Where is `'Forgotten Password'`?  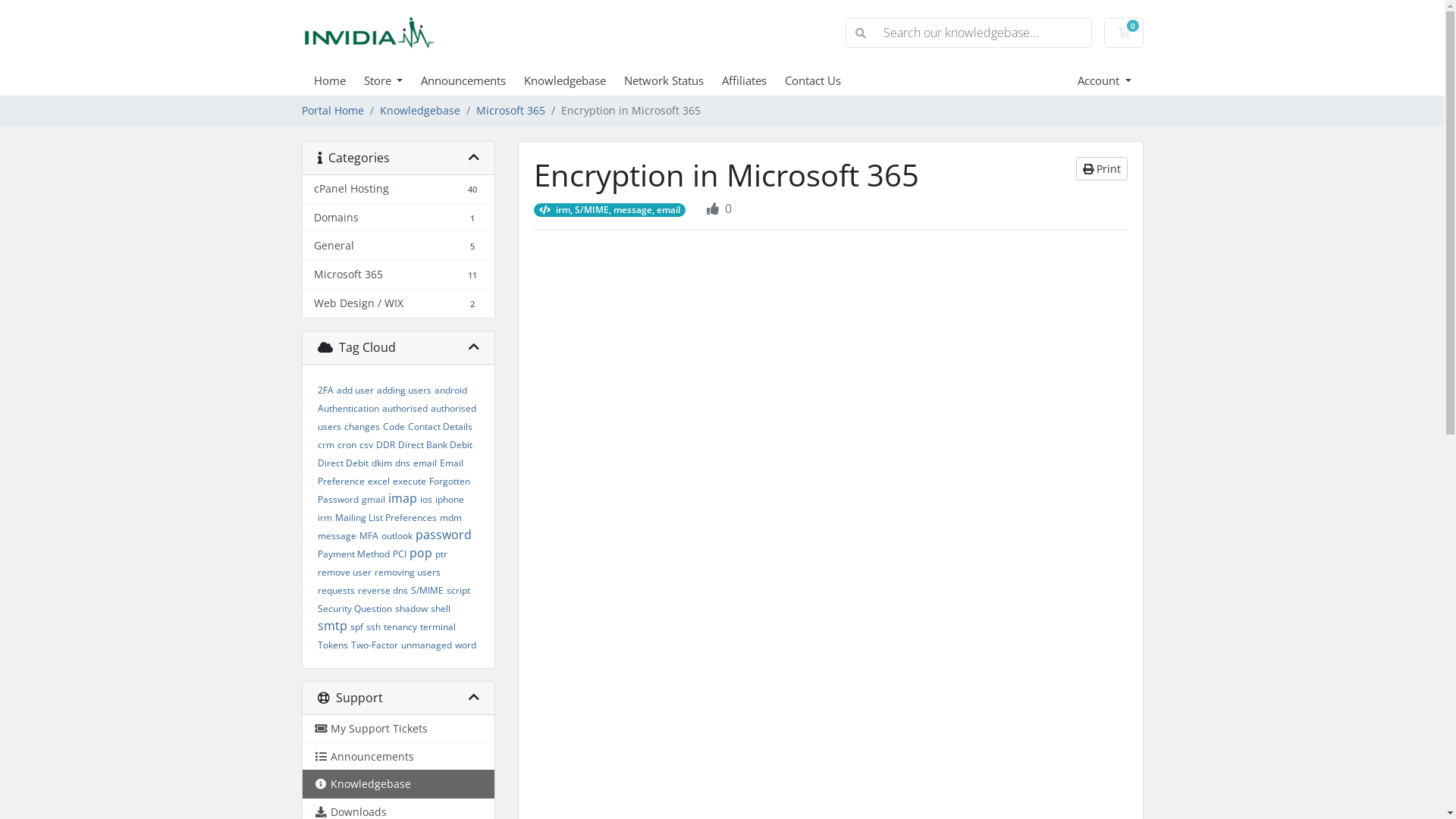 'Forgotten Password' is located at coordinates (315, 490).